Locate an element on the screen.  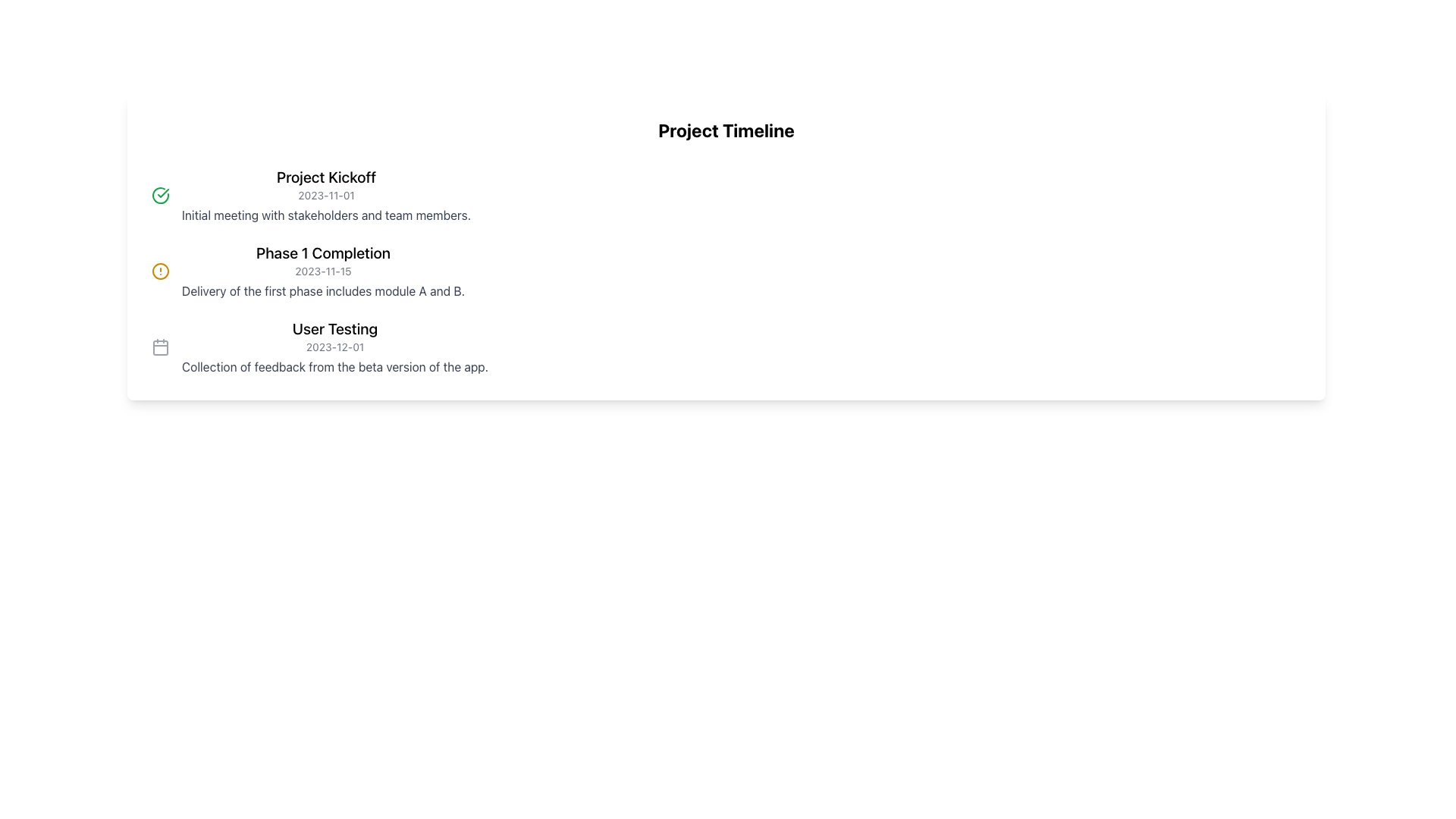
the text label that serves as a section title in the project timeline, positioned above the date '2023-12-01' and below 'Phase 1 Completion' is located at coordinates (334, 328).